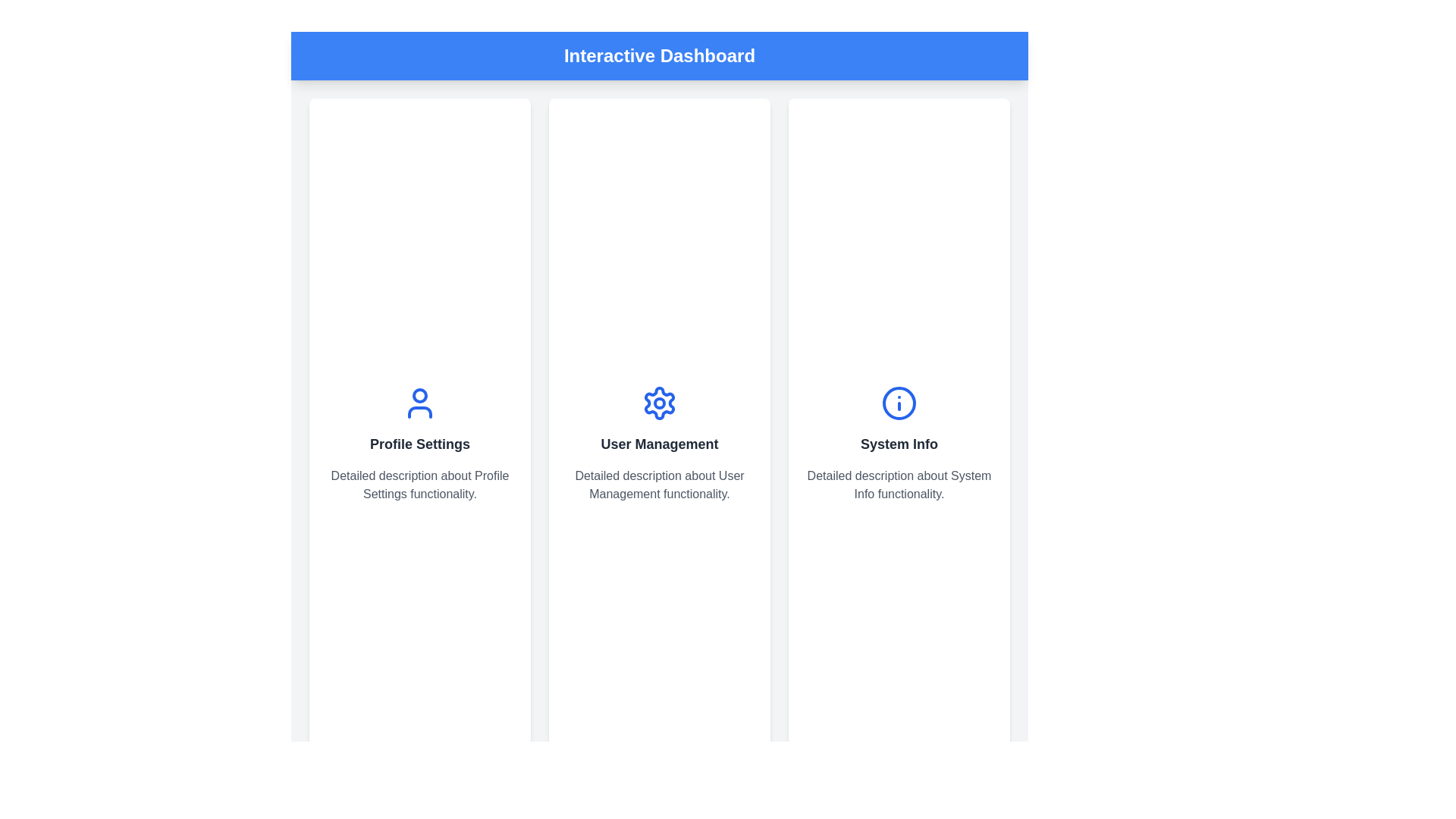 The width and height of the screenshot is (1456, 819). Describe the element at coordinates (899, 485) in the screenshot. I see `the explanatory text located beneath the heading 'System Info' within the 'System Info' card` at that location.